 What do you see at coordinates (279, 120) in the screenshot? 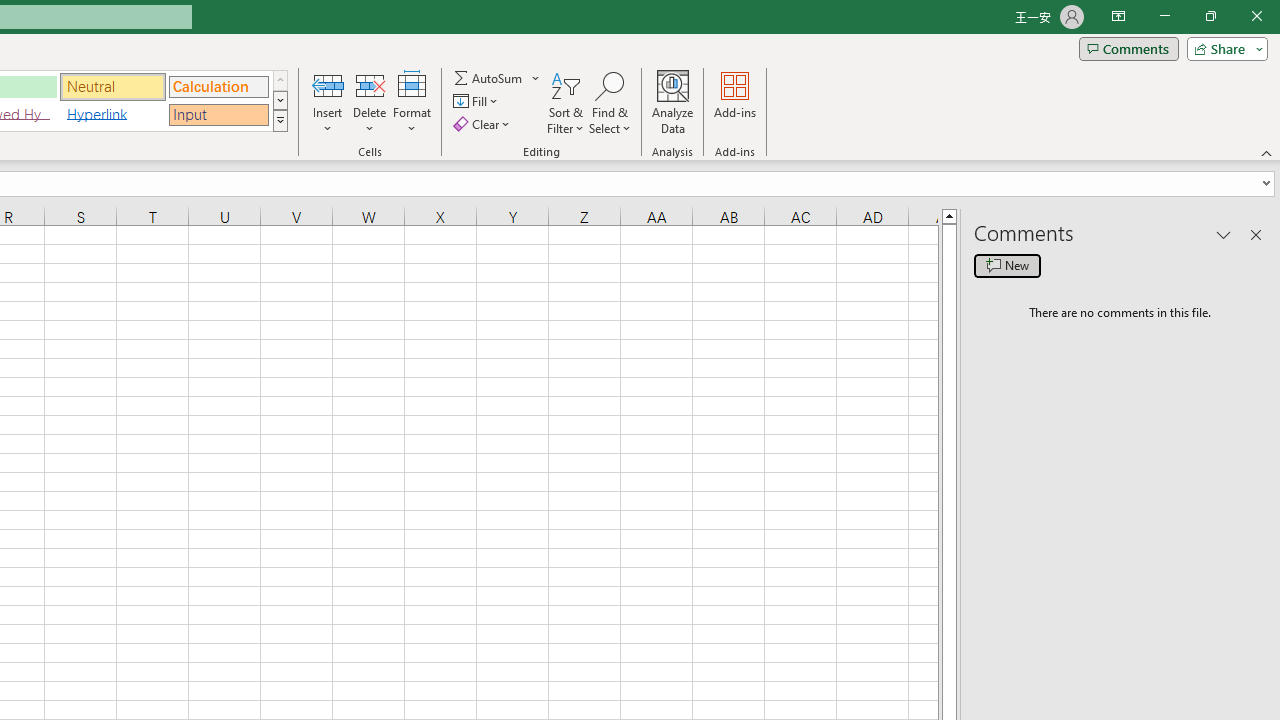
I see `'Class: NetUIImage'` at bounding box center [279, 120].